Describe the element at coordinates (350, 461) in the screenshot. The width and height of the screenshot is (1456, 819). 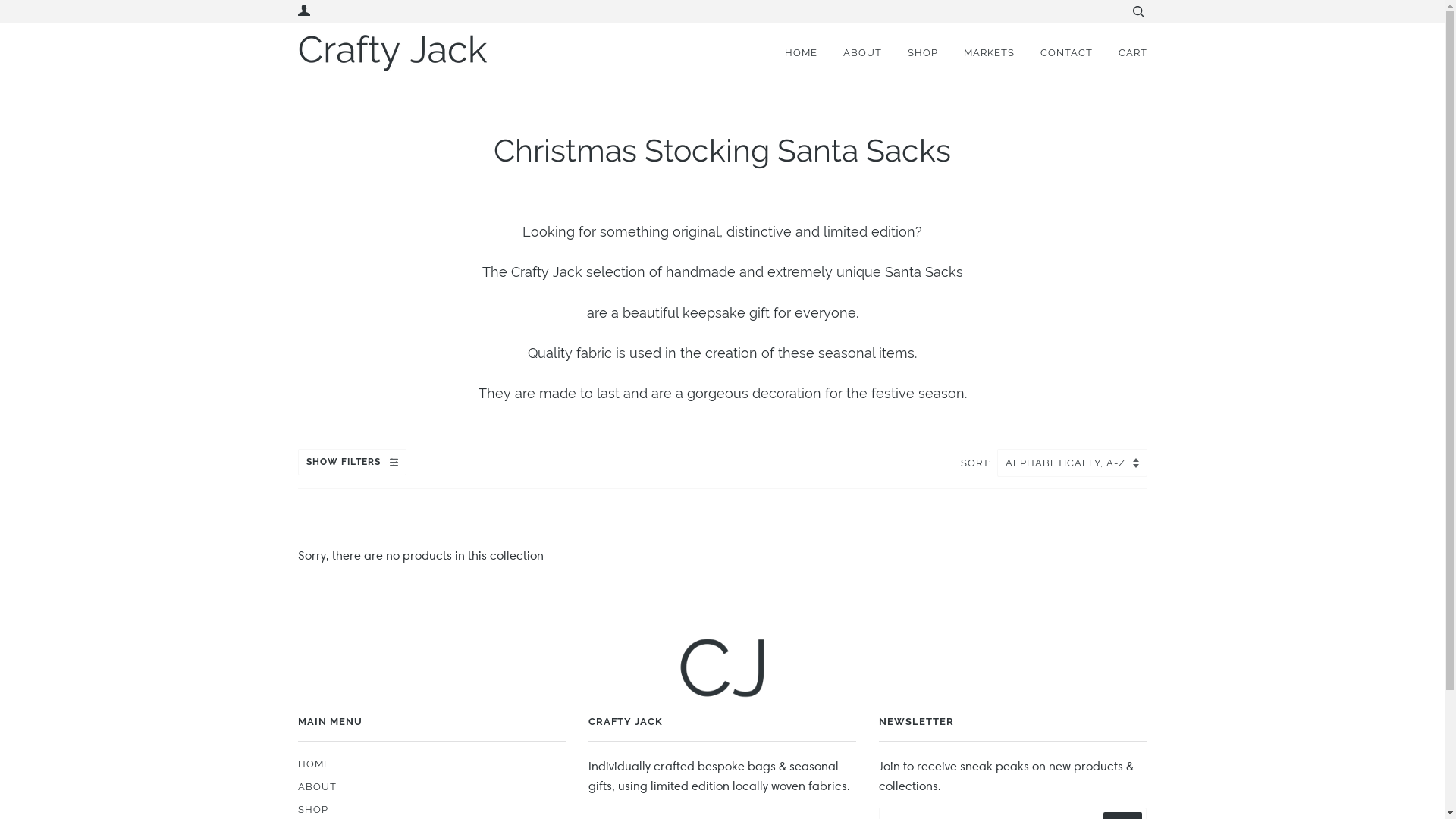
I see `'SHOW FILTERS'` at that location.